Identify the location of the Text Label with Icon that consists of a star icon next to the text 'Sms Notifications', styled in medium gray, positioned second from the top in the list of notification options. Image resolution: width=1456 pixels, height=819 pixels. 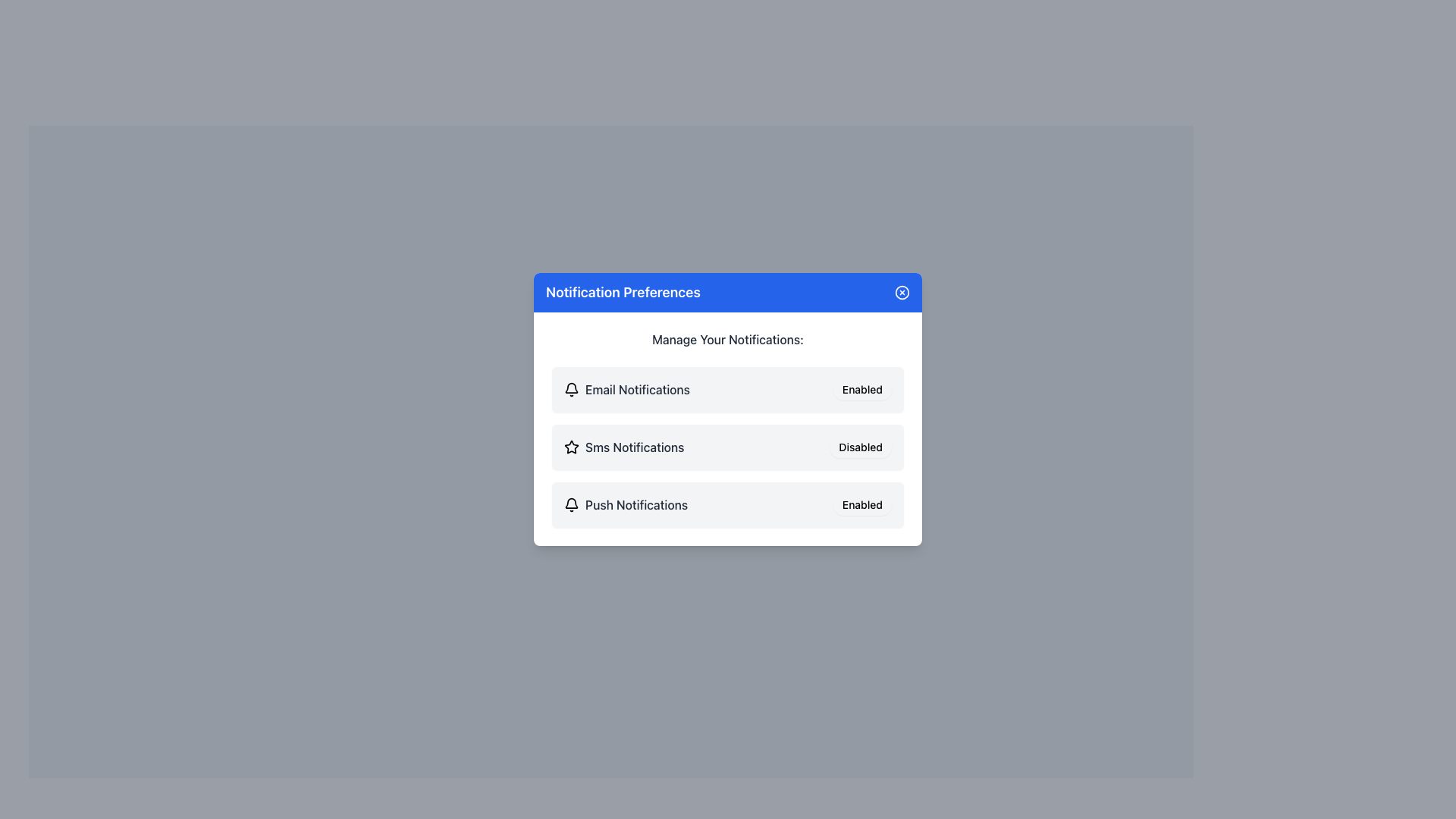
(624, 447).